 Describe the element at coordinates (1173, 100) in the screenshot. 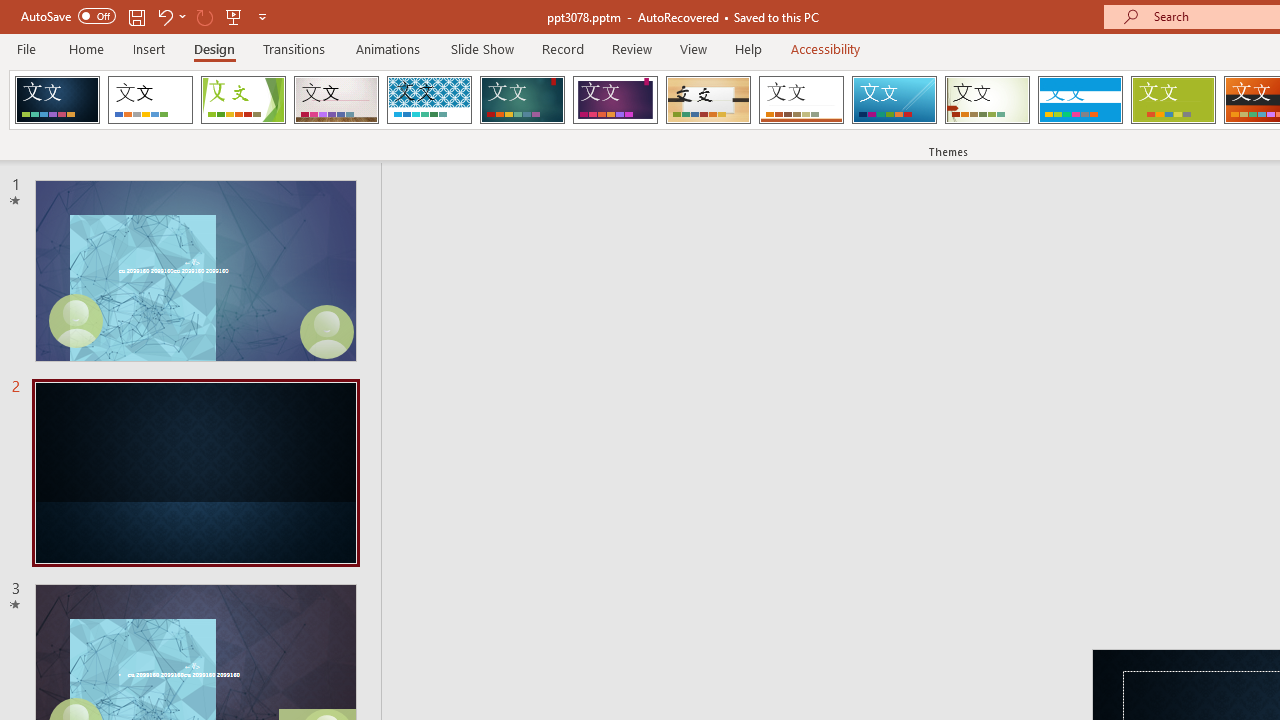

I see `'Basis'` at that location.